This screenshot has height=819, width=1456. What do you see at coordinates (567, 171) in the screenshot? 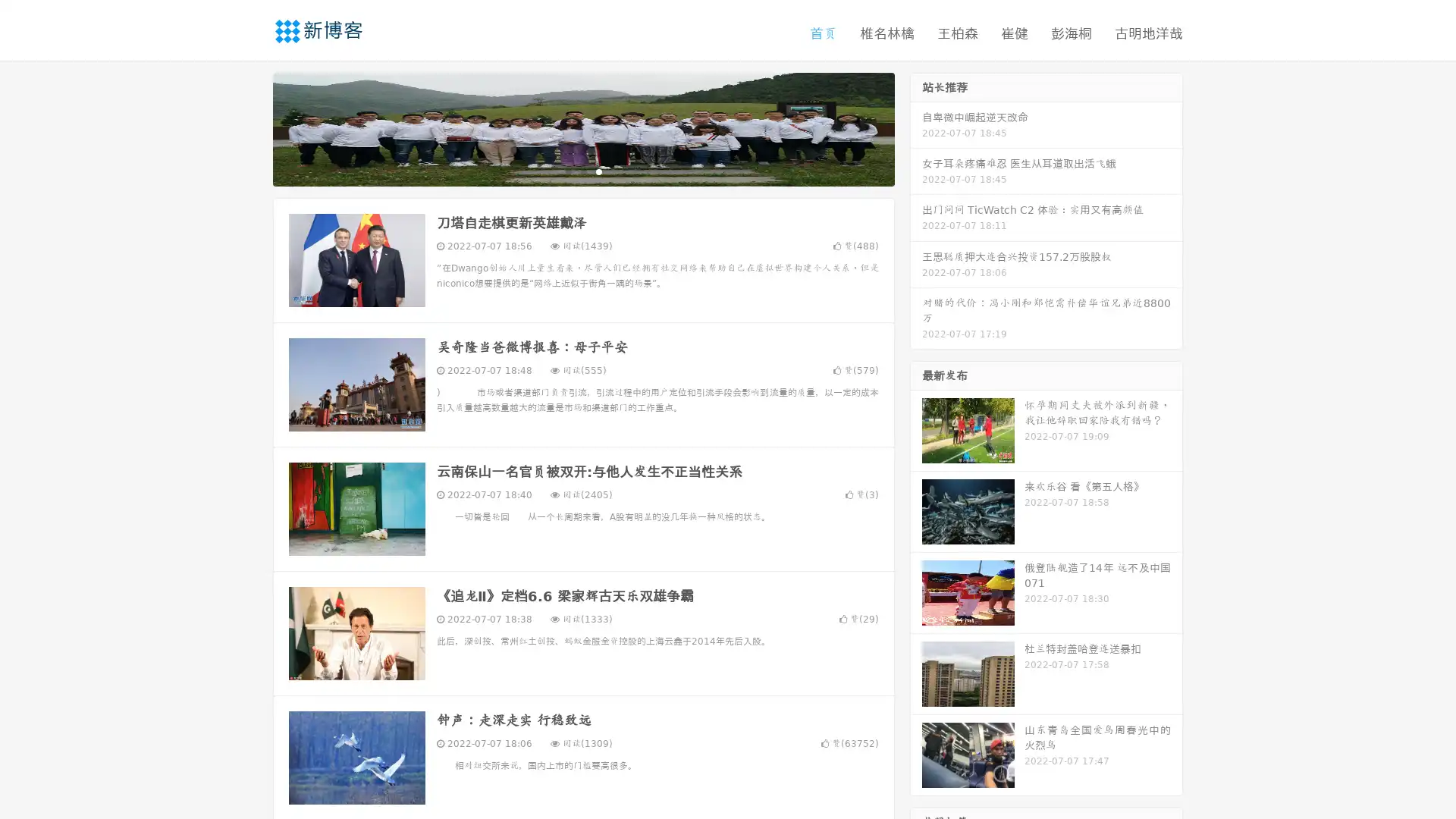
I see `Go to slide 1` at bounding box center [567, 171].